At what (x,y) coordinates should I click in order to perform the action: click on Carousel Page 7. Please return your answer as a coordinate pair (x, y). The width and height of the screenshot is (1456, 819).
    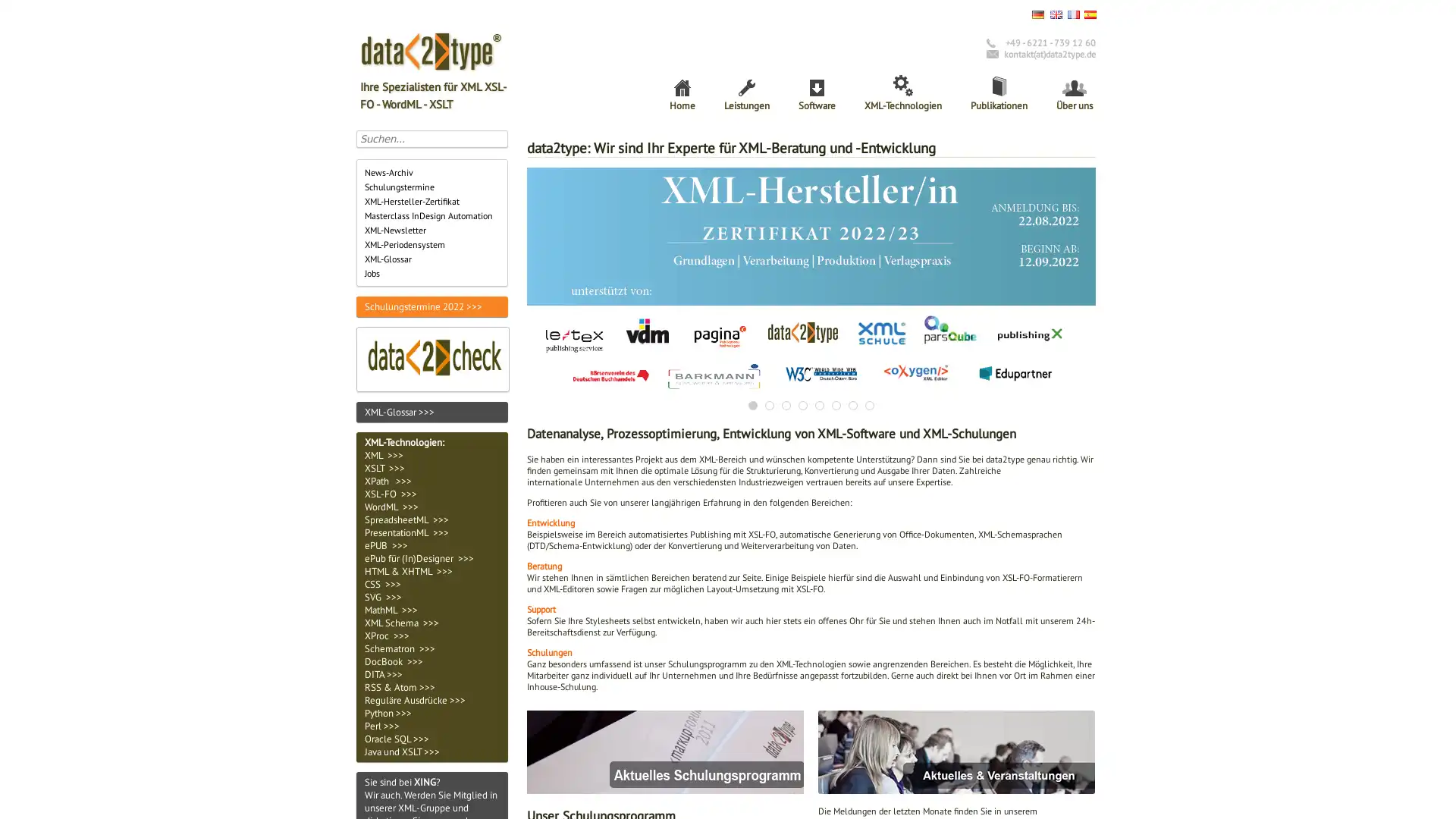
    Looking at the image, I should click on (852, 403).